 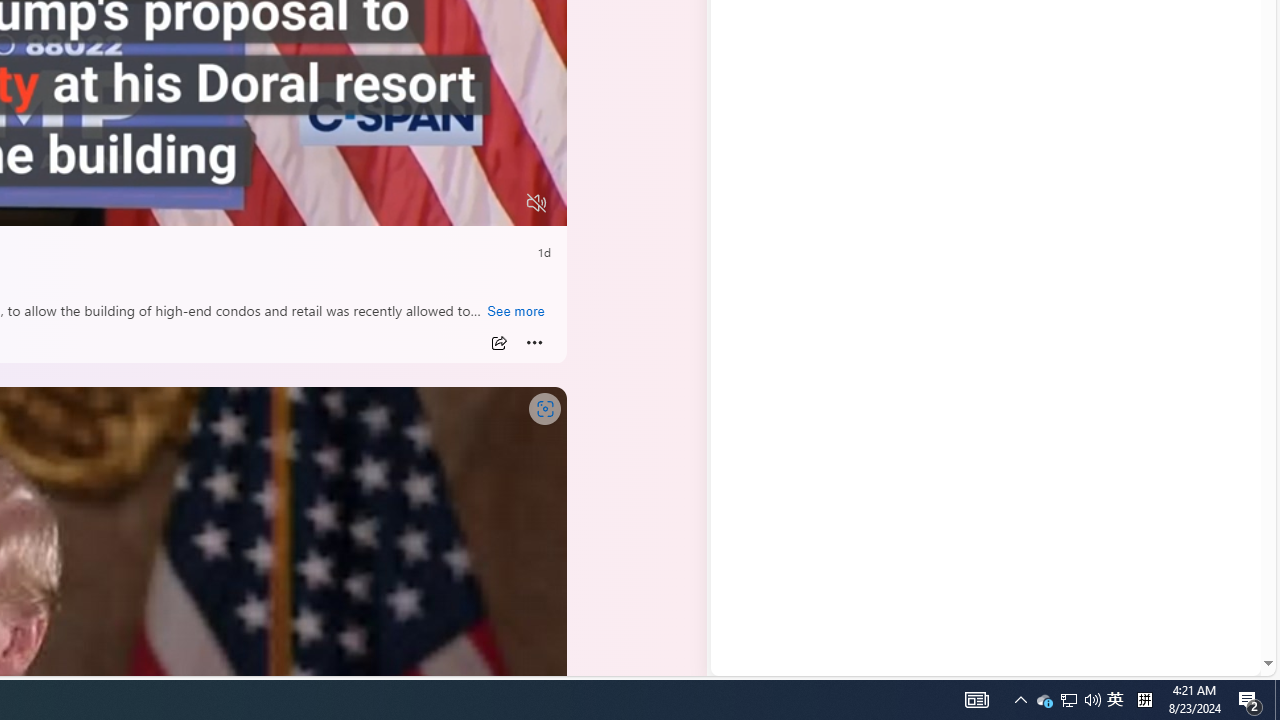 What do you see at coordinates (534, 342) in the screenshot?
I see `'More'` at bounding box center [534, 342].